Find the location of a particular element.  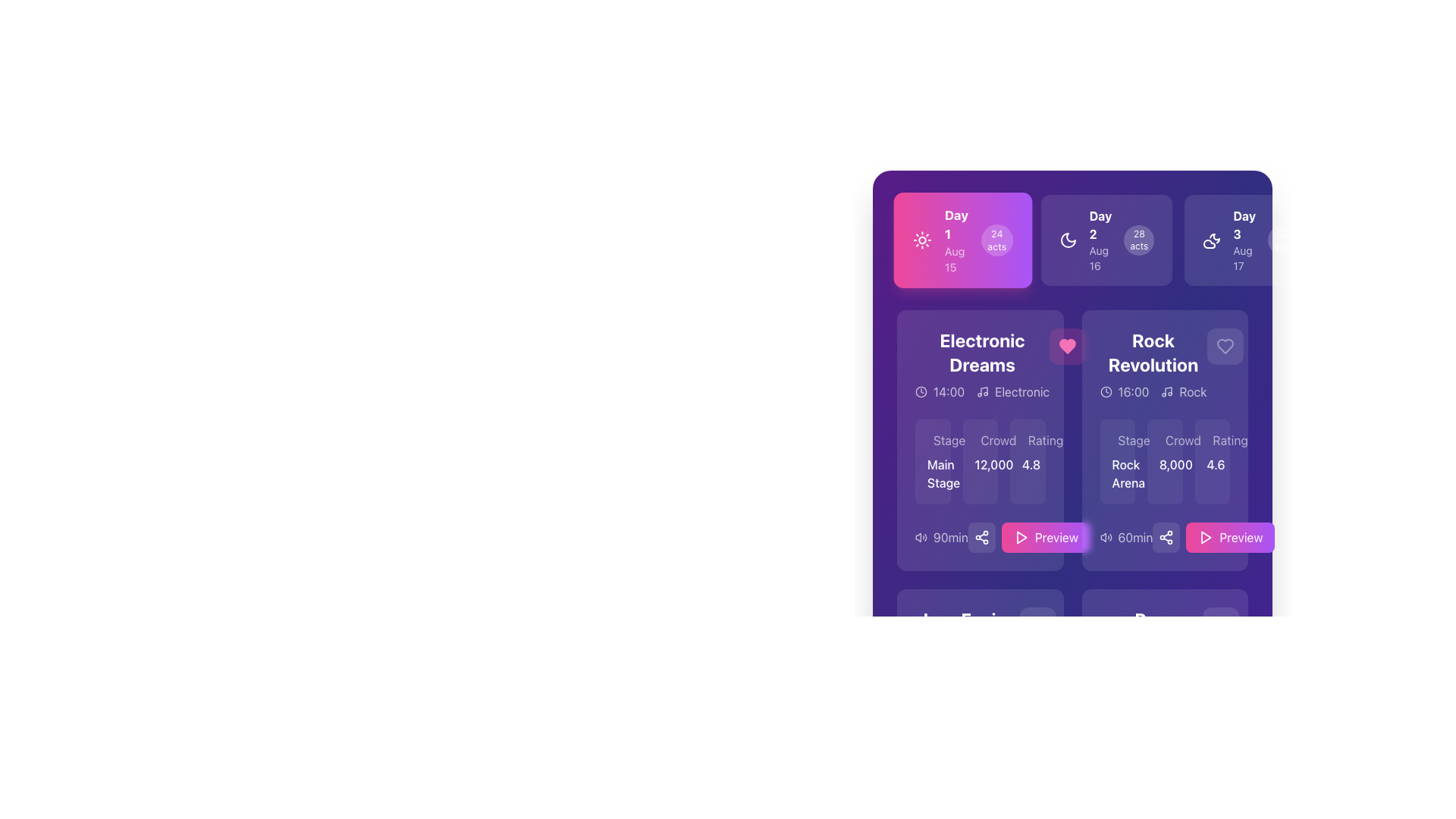

the rectangular button with a gradient background that contains a white play icon and the word 'Preview' in white text, located in the bottom right quadrant of the 'Electronic Dreams' card section is located at coordinates (1029, 537).